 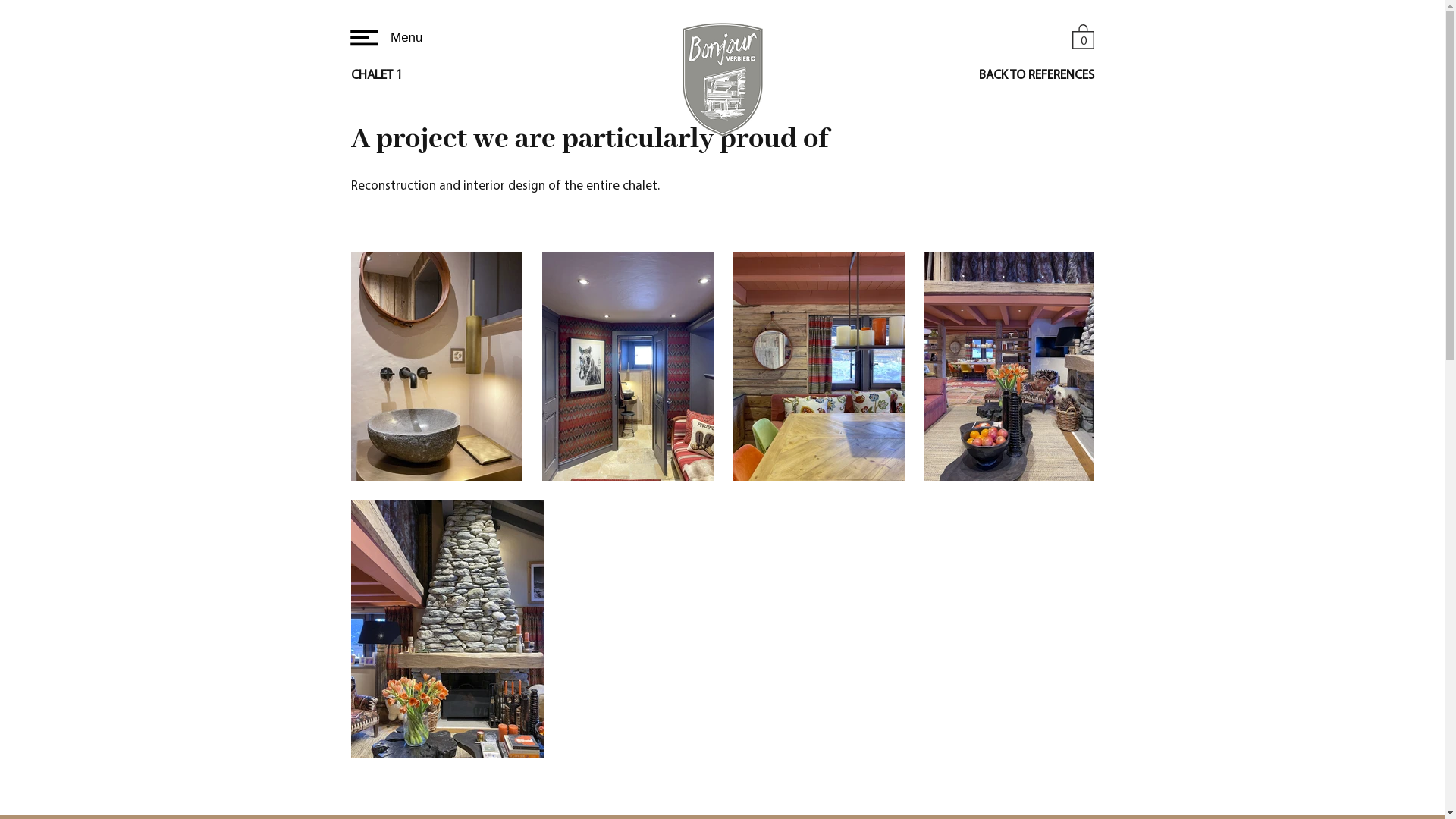 I want to click on 'BACK TO REFERENCES', so click(x=1035, y=75).